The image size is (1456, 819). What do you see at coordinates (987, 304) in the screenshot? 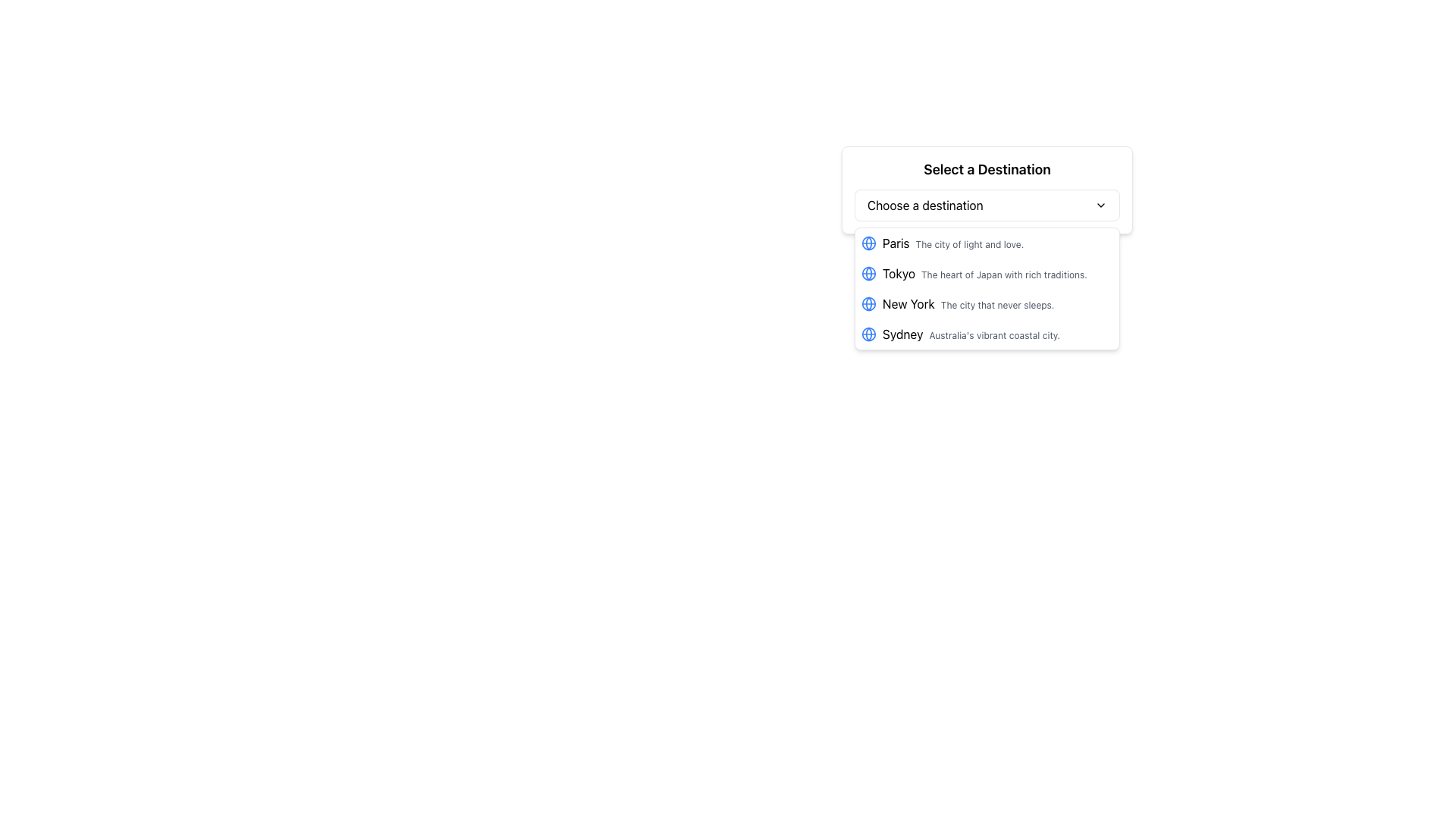
I see `the selectable destination entry for 'New York' which includes a blue globe icon and descriptive text, located under the dropdown titled 'Select a Destination'` at bounding box center [987, 304].